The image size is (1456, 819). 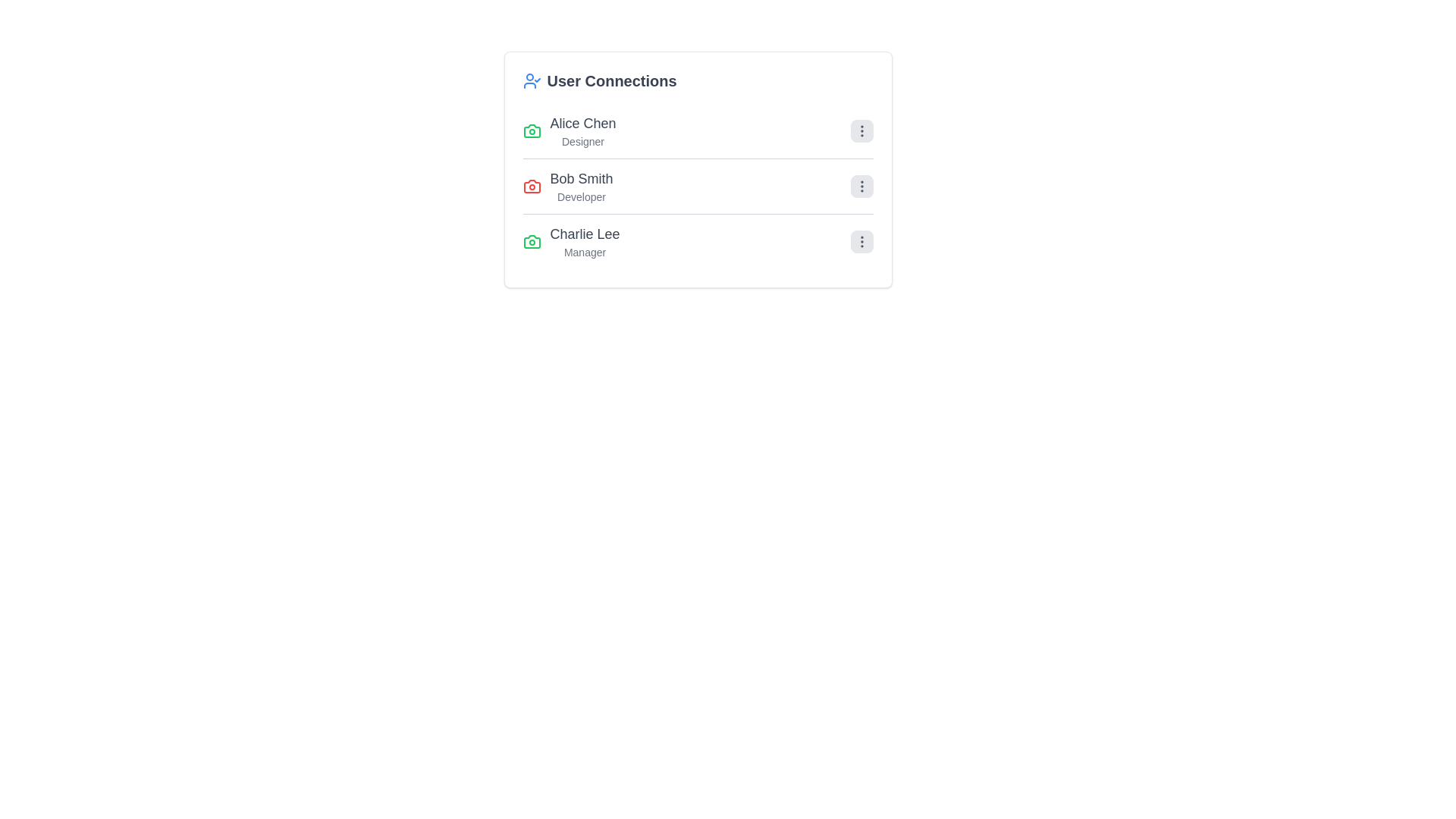 I want to click on the first List item displaying user information for 'Alice Chen' with the role 'Designer' in the User Connections area, so click(x=569, y=130).